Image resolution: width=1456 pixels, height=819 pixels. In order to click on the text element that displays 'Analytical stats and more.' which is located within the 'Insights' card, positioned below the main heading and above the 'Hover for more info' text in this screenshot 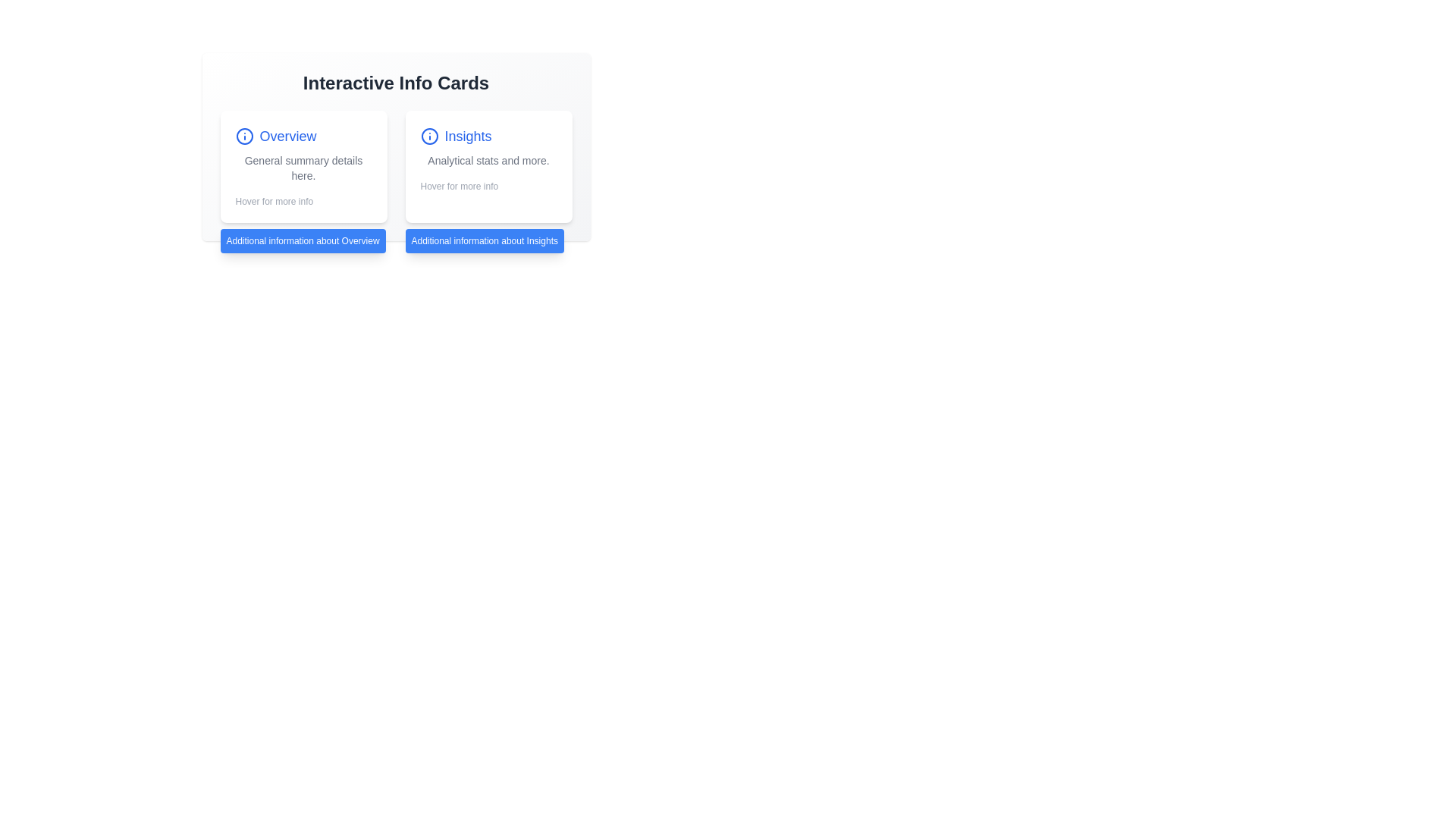, I will do `click(488, 161)`.